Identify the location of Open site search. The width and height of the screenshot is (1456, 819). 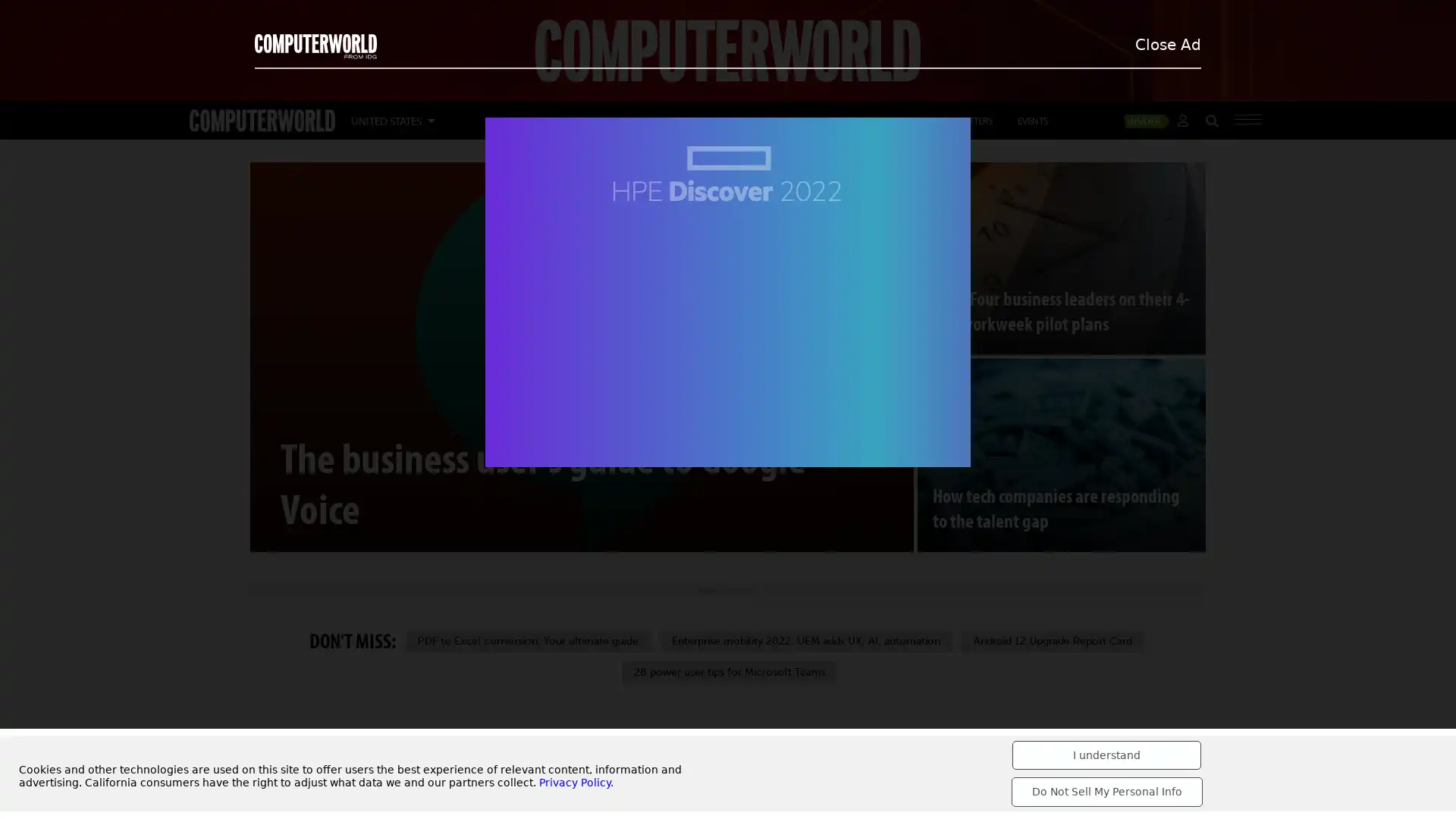
(1211, 120).